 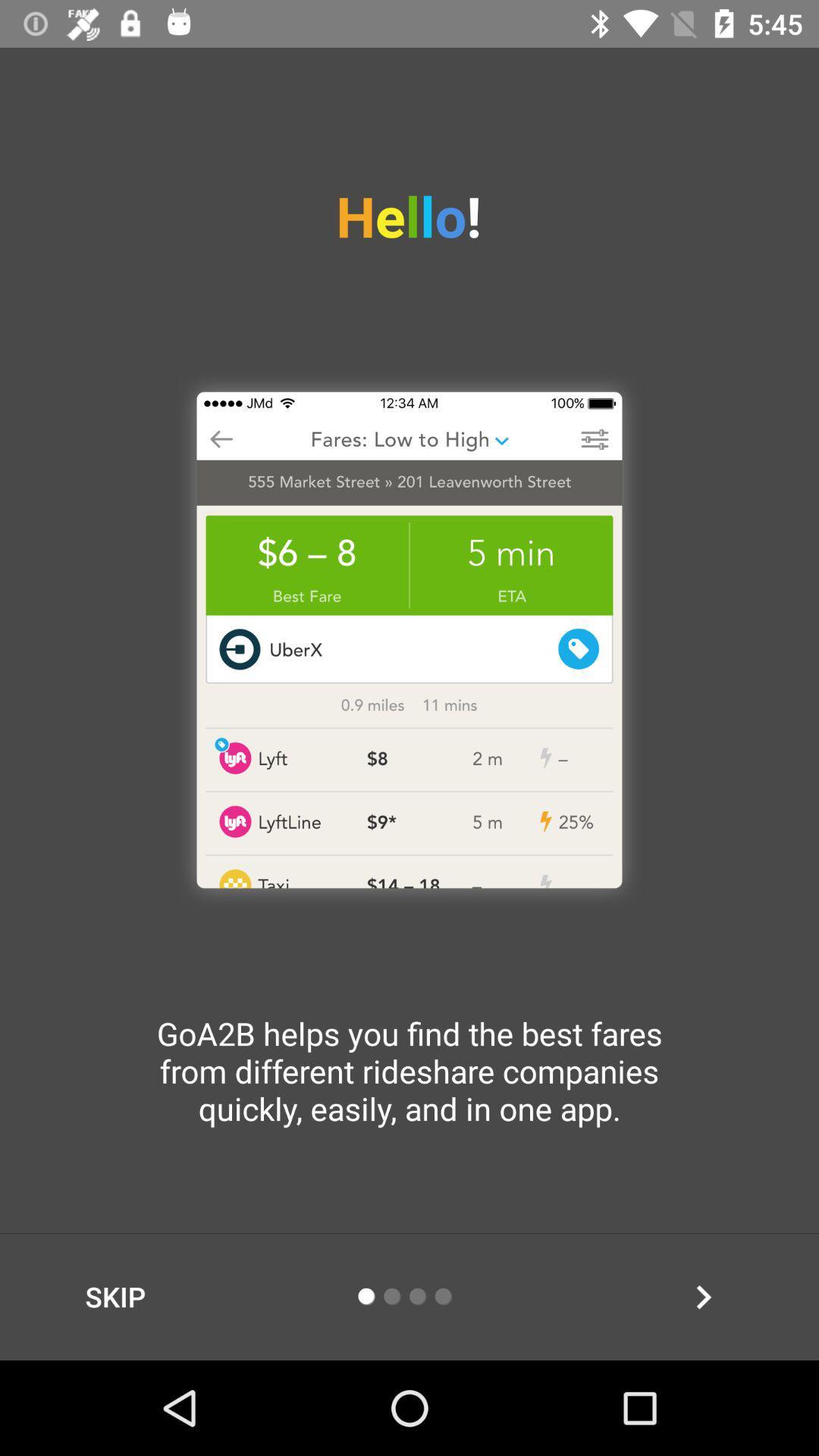 What do you see at coordinates (115, 1296) in the screenshot?
I see `the item below goa2b helps you` at bounding box center [115, 1296].